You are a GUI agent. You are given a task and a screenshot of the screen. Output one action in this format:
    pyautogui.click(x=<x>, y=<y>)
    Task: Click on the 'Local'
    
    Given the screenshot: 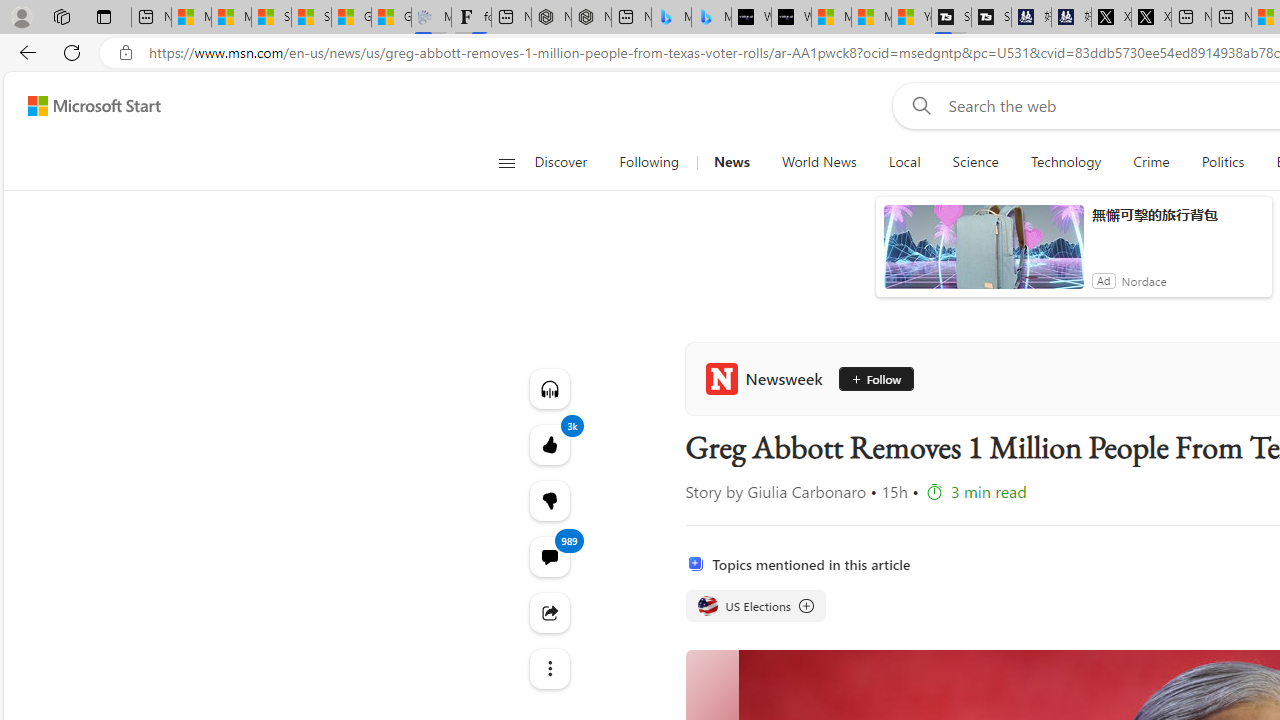 What is the action you would take?
    pyautogui.click(x=903, y=162)
    